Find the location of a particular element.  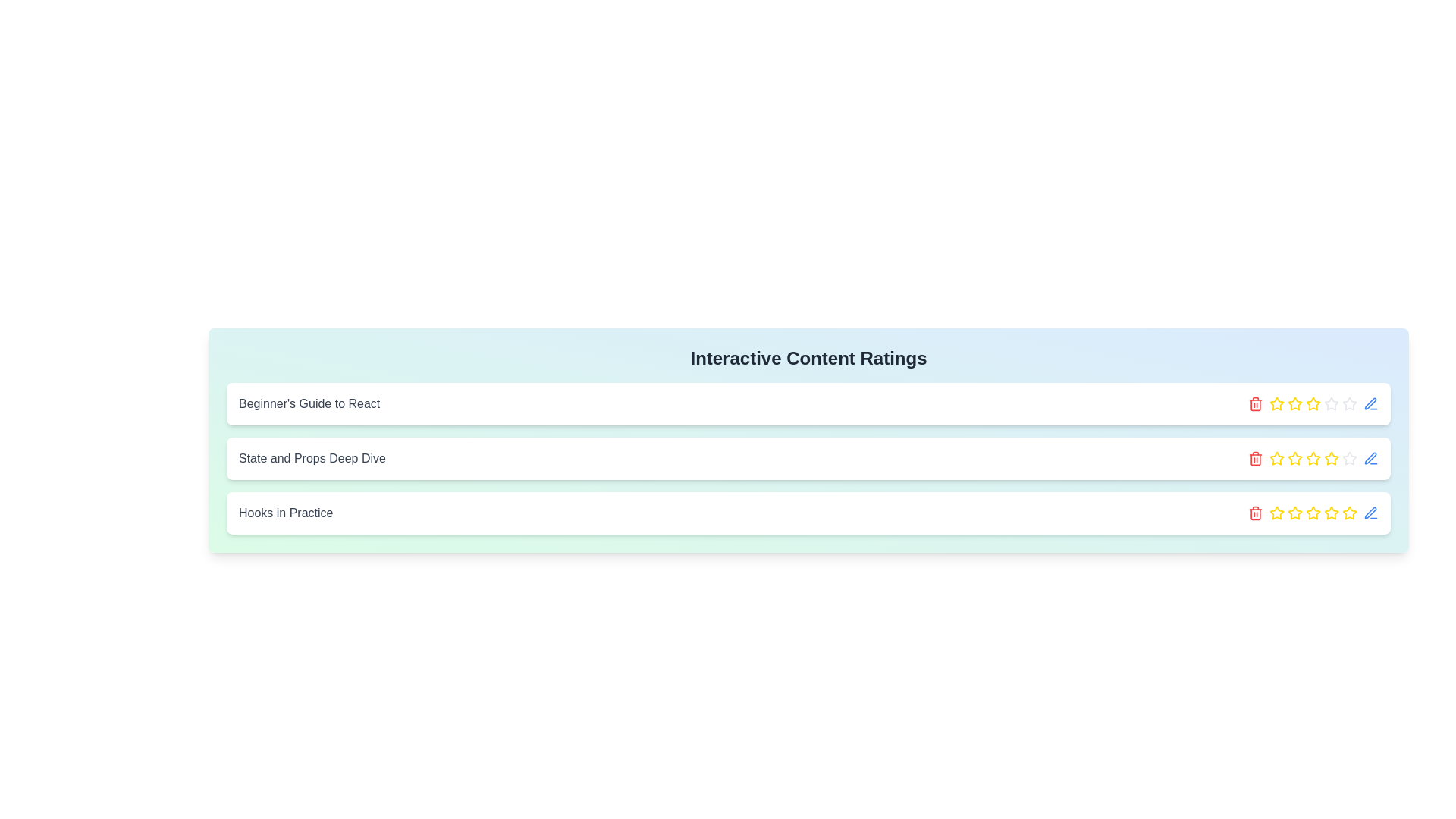

the third star is located at coordinates (1313, 458).